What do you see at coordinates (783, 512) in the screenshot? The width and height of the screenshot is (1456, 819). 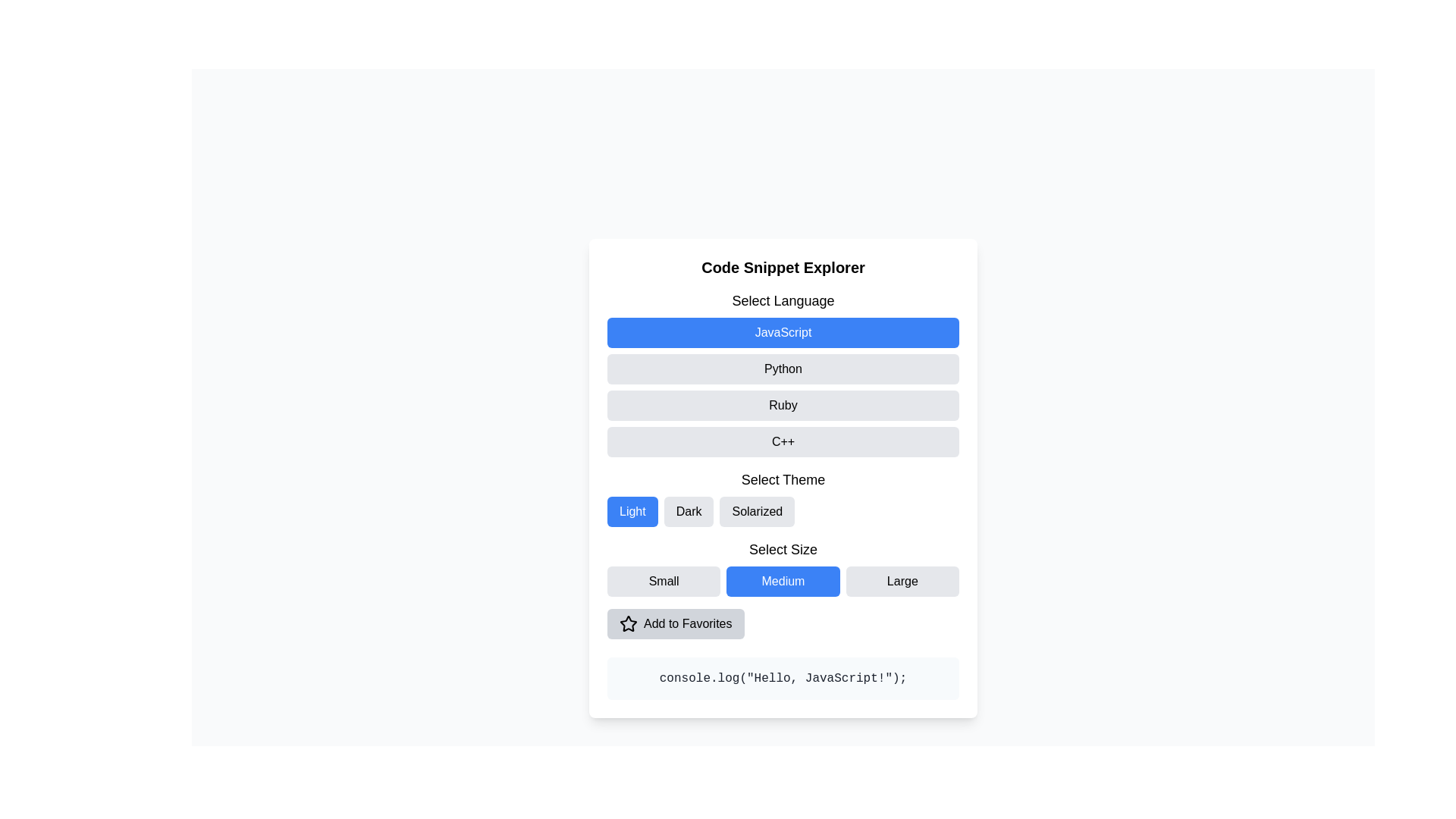 I see `the button group element containing the 'Light', 'Dark', and 'Solarized' buttons` at bounding box center [783, 512].